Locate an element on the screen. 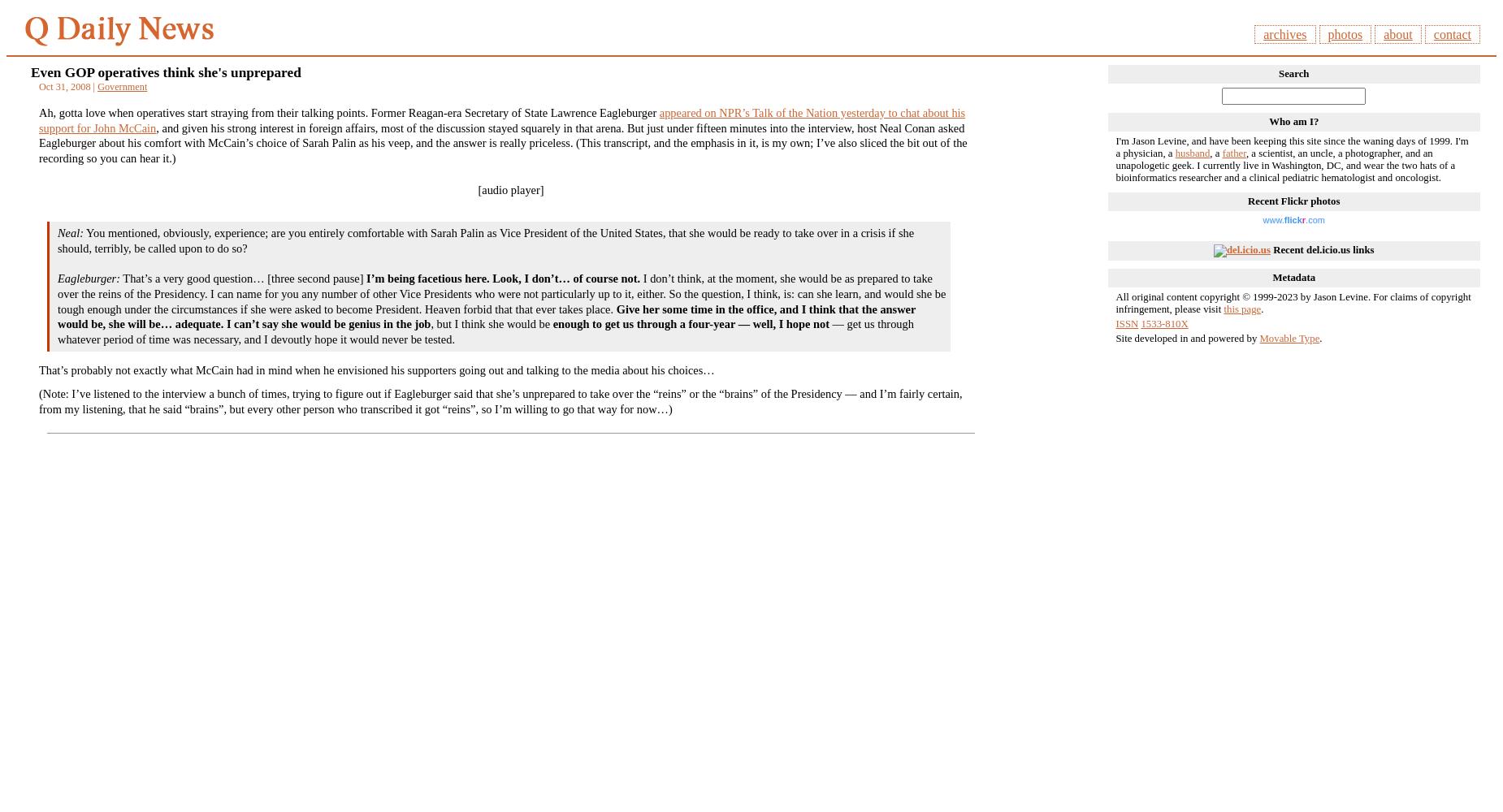 This screenshot has height=812, width=1503. '[audio player]' is located at coordinates (510, 188).